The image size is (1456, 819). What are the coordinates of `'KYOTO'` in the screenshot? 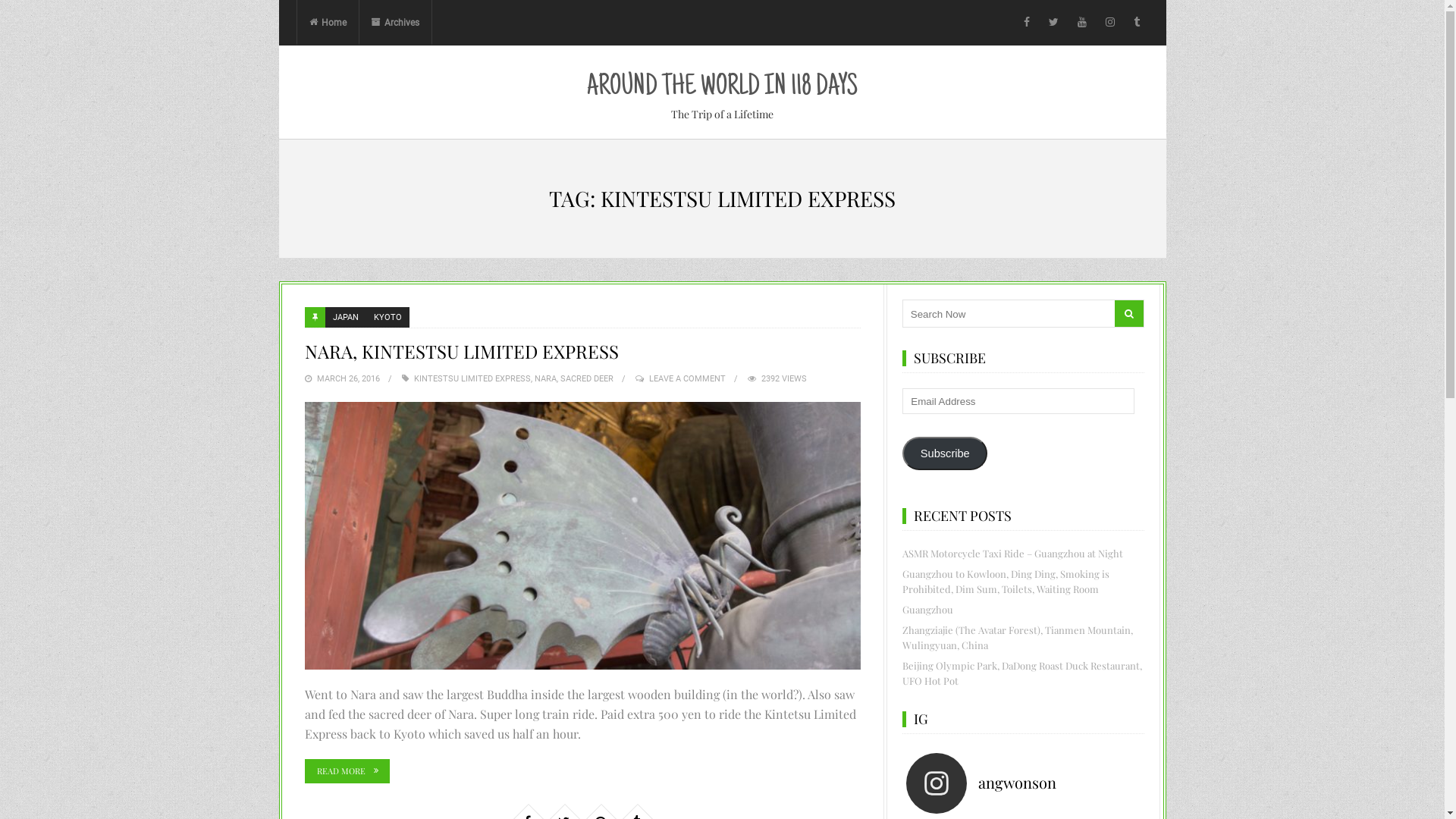 It's located at (365, 316).